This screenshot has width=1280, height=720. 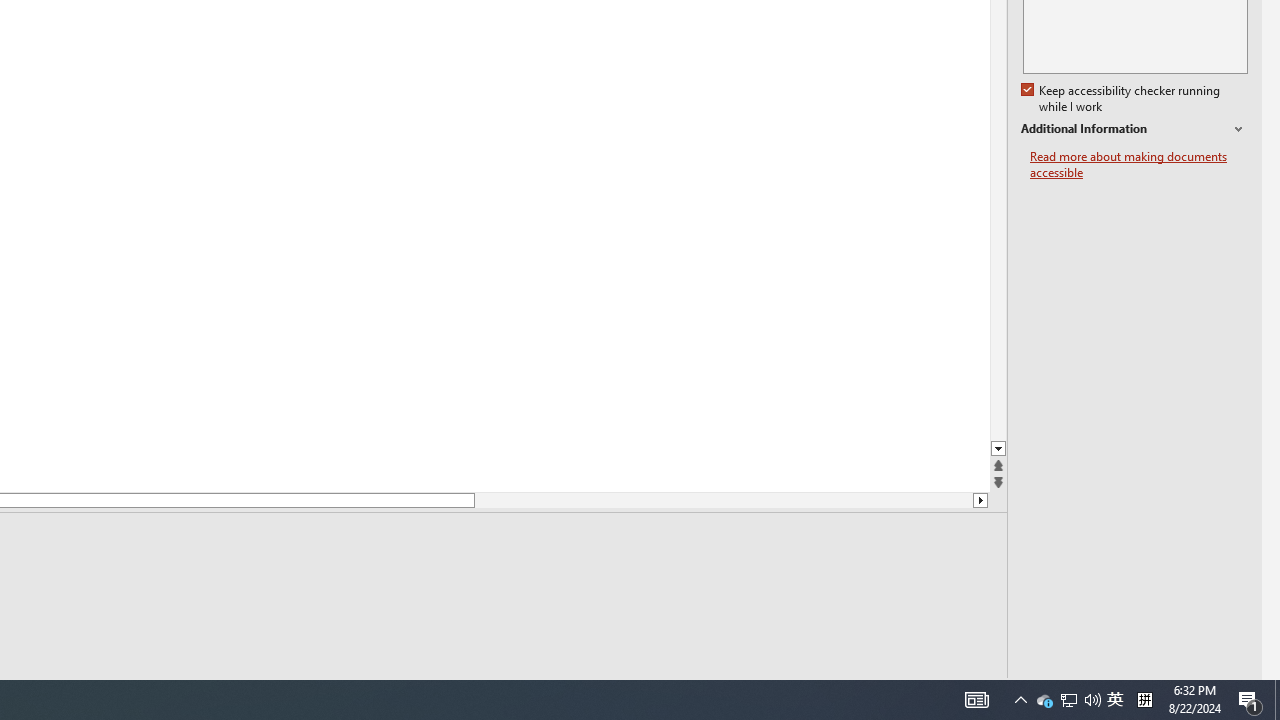 What do you see at coordinates (1114, 698) in the screenshot?
I see `'User Promoted Notification Area'` at bounding box center [1114, 698].